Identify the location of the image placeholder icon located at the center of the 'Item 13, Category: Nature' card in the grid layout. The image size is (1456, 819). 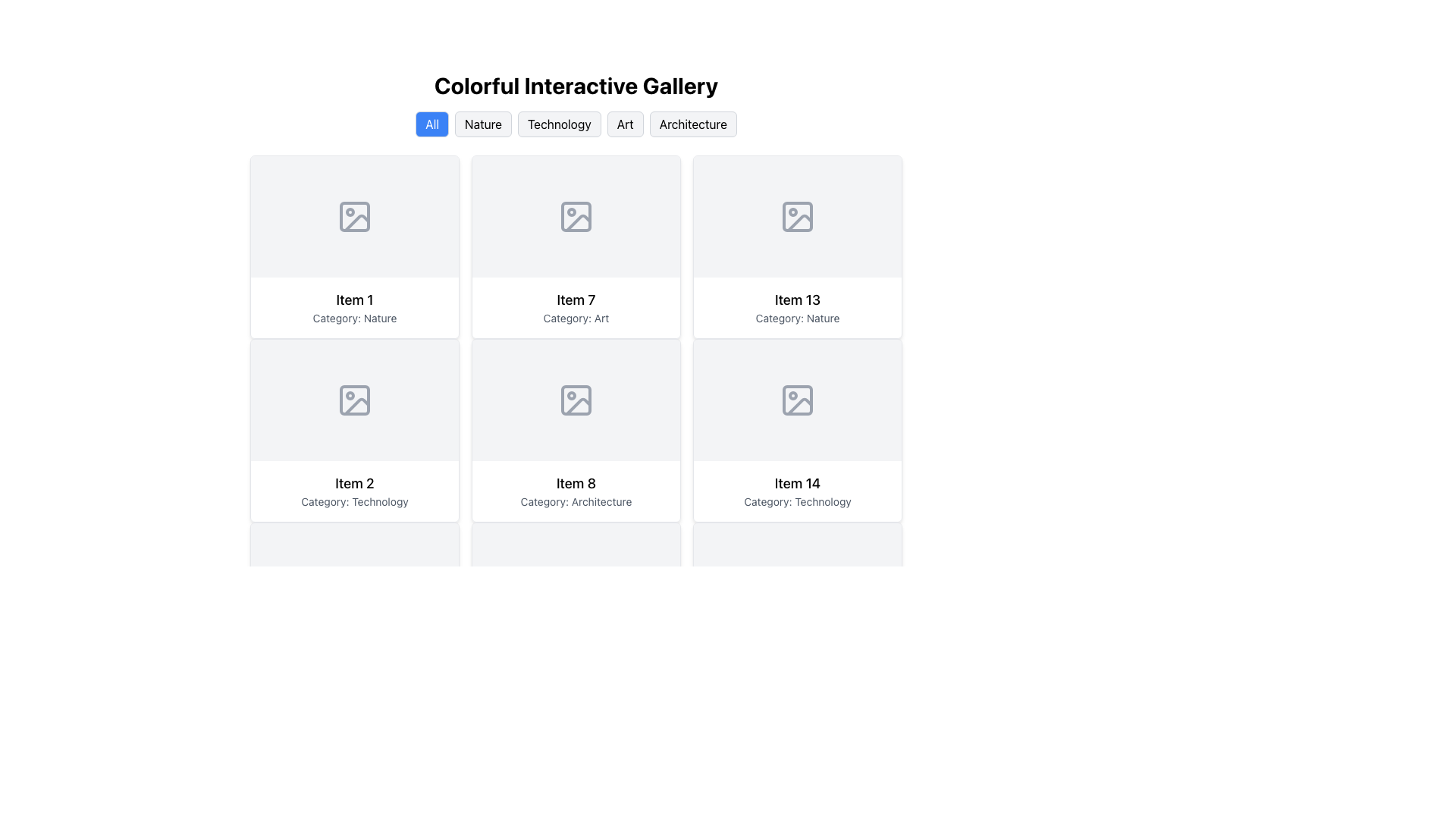
(796, 216).